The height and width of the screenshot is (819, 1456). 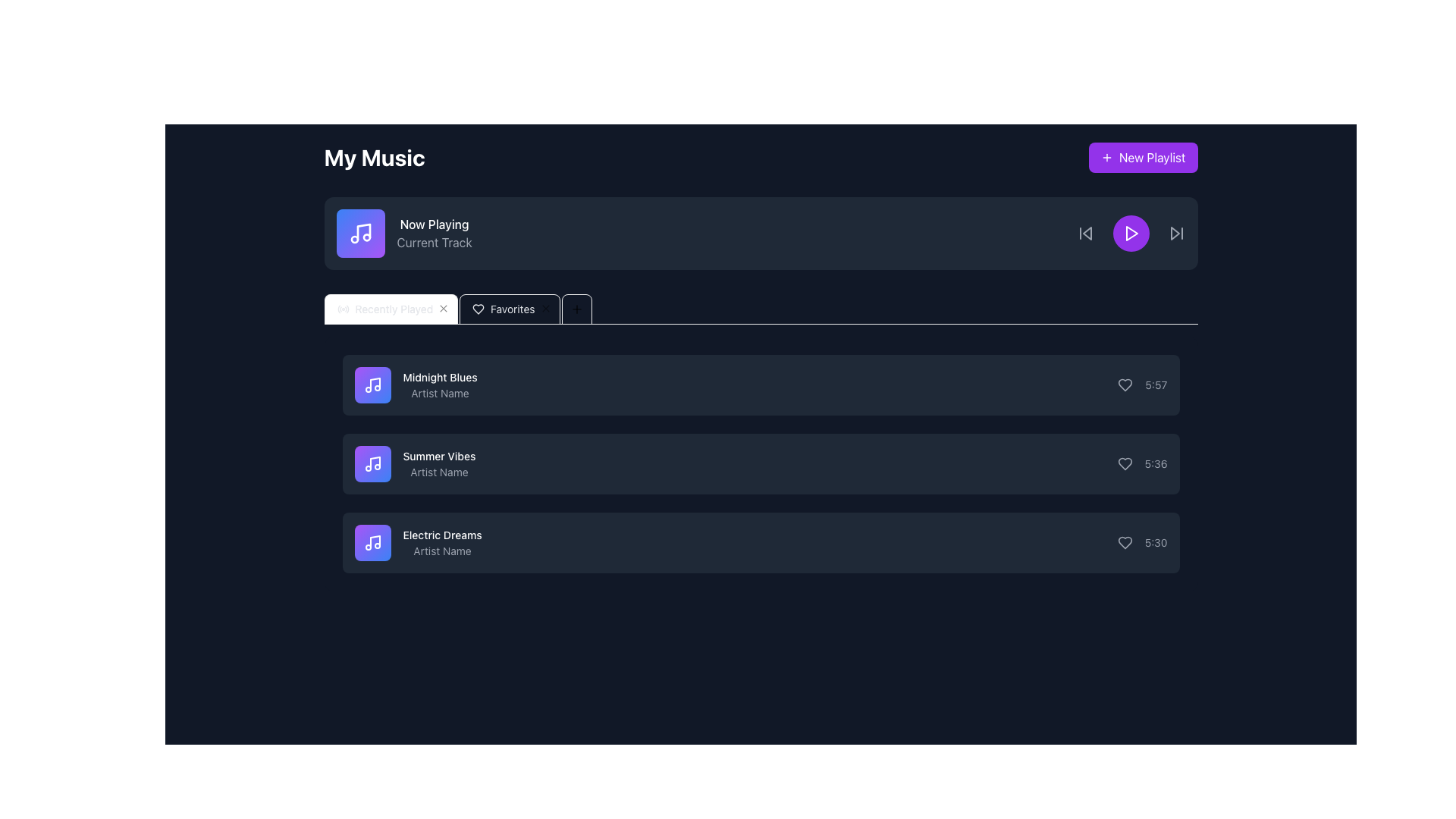 What do you see at coordinates (513, 309) in the screenshot?
I see `the static text label reading 'Favorites' which is styled in light-colored text against a dark background in the navigation bar` at bounding box center [513, 309].